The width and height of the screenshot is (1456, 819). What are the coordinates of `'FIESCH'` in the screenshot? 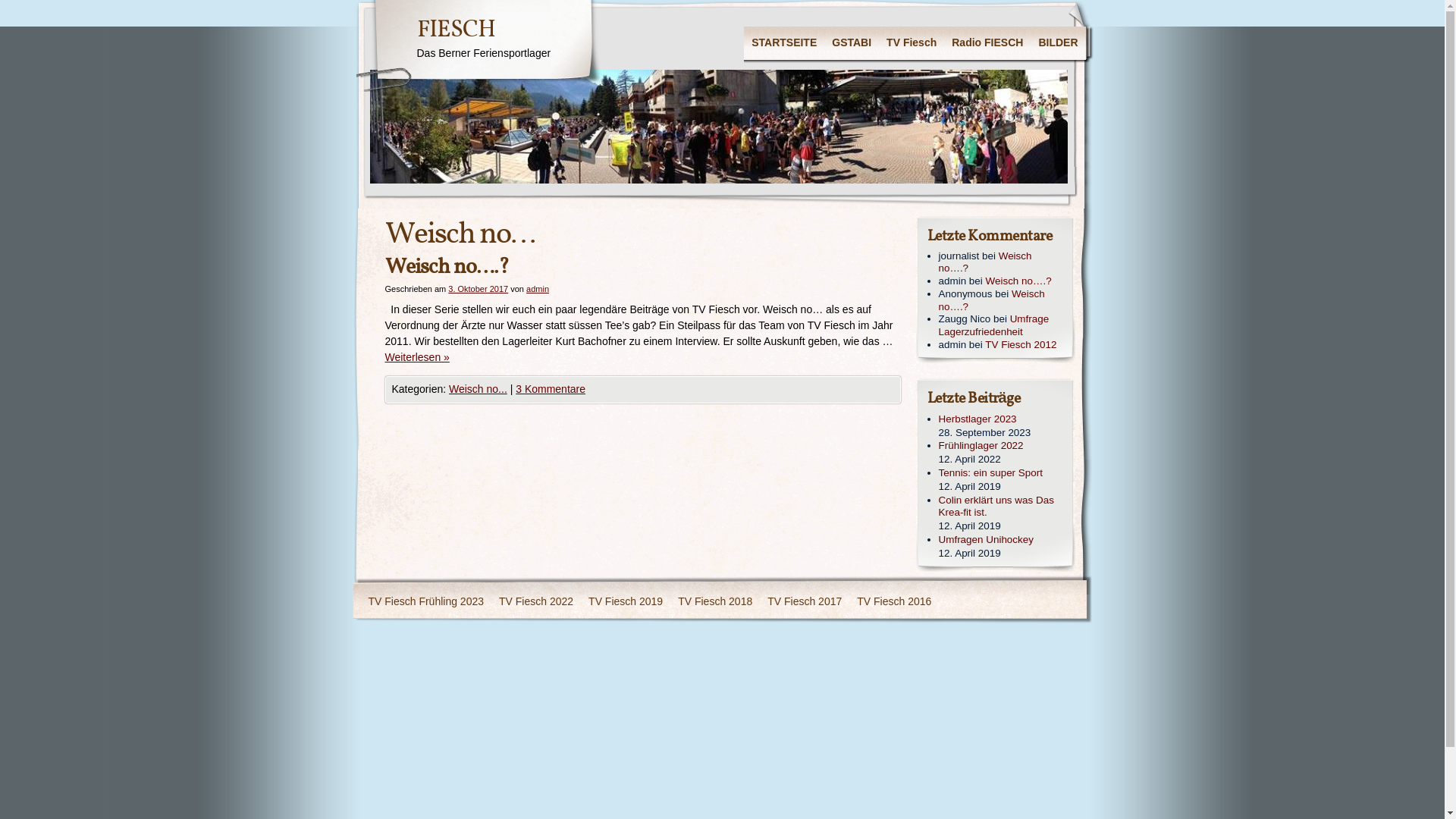 It's located at (455, 30).